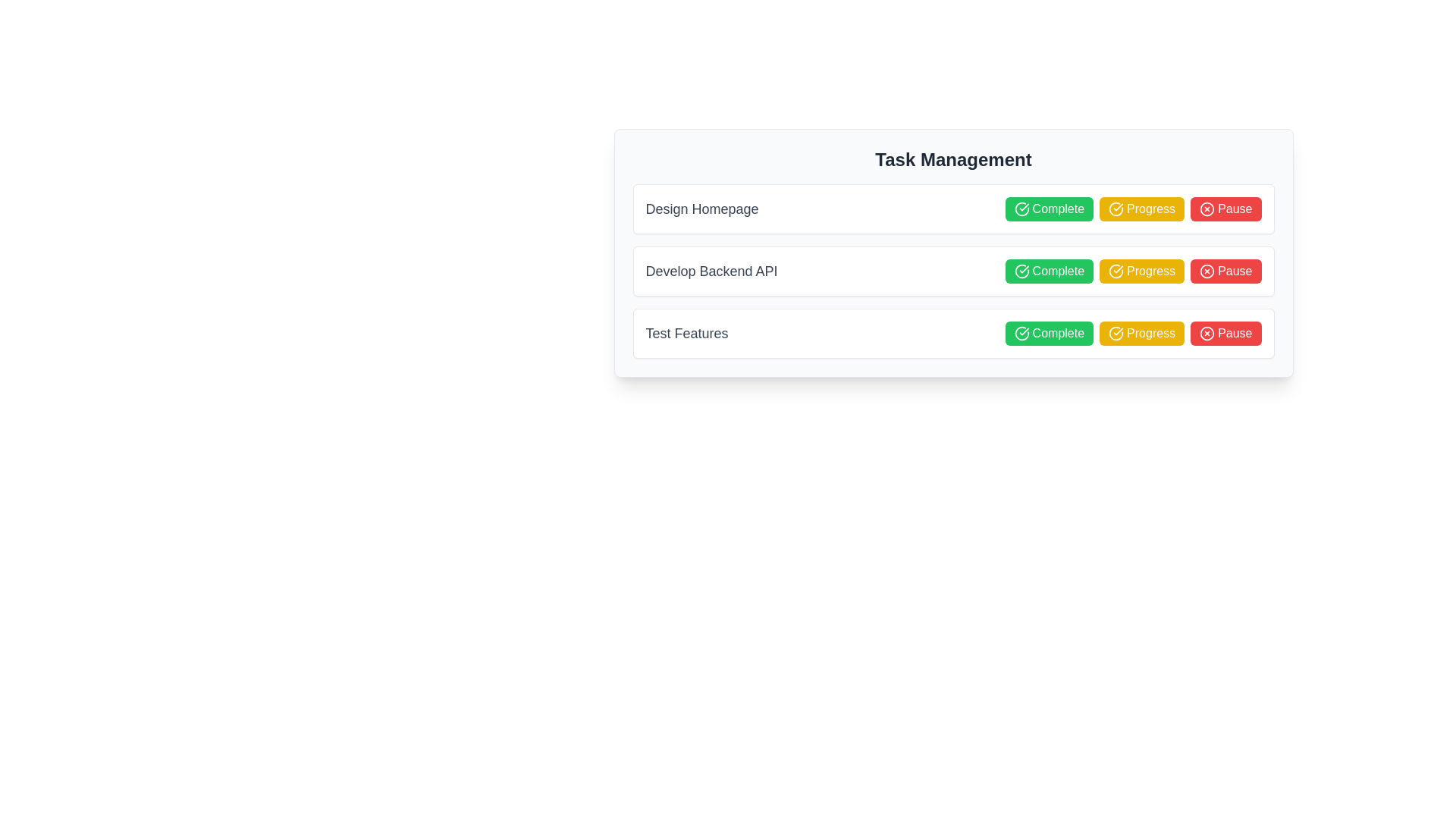 This screenshot has height=819, width=1456. Describe the element at coordinates (1225, 209) in the screenshot. I see `the 'Pause' button, which is the third button in the horizontal arrangement under 'Task Management'` at that location.